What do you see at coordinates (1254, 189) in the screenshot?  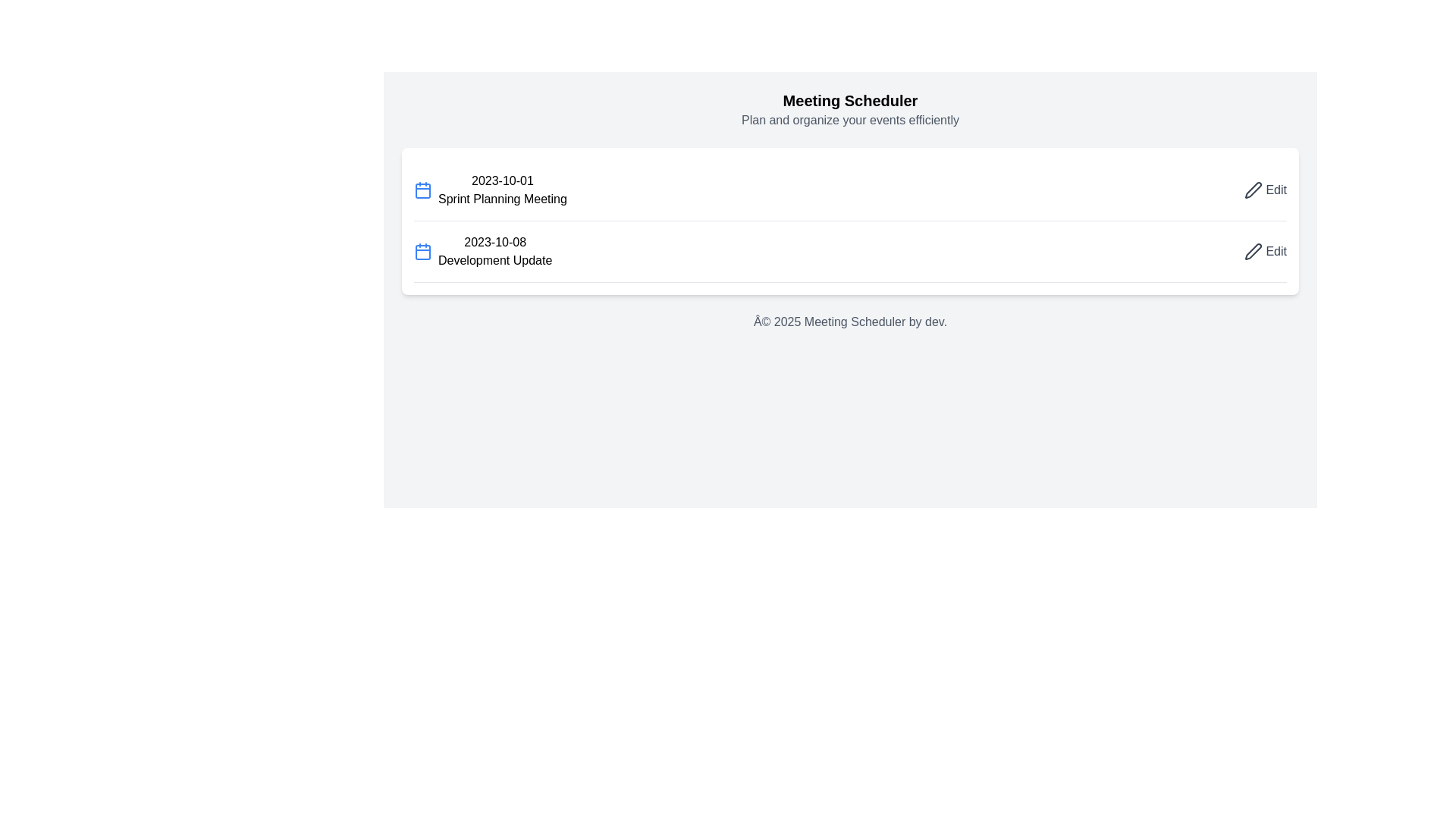 I see `the edit button icon located in the top-right corner of the interface, right before the text 'Edit'` at bounding box center [1254, 189].